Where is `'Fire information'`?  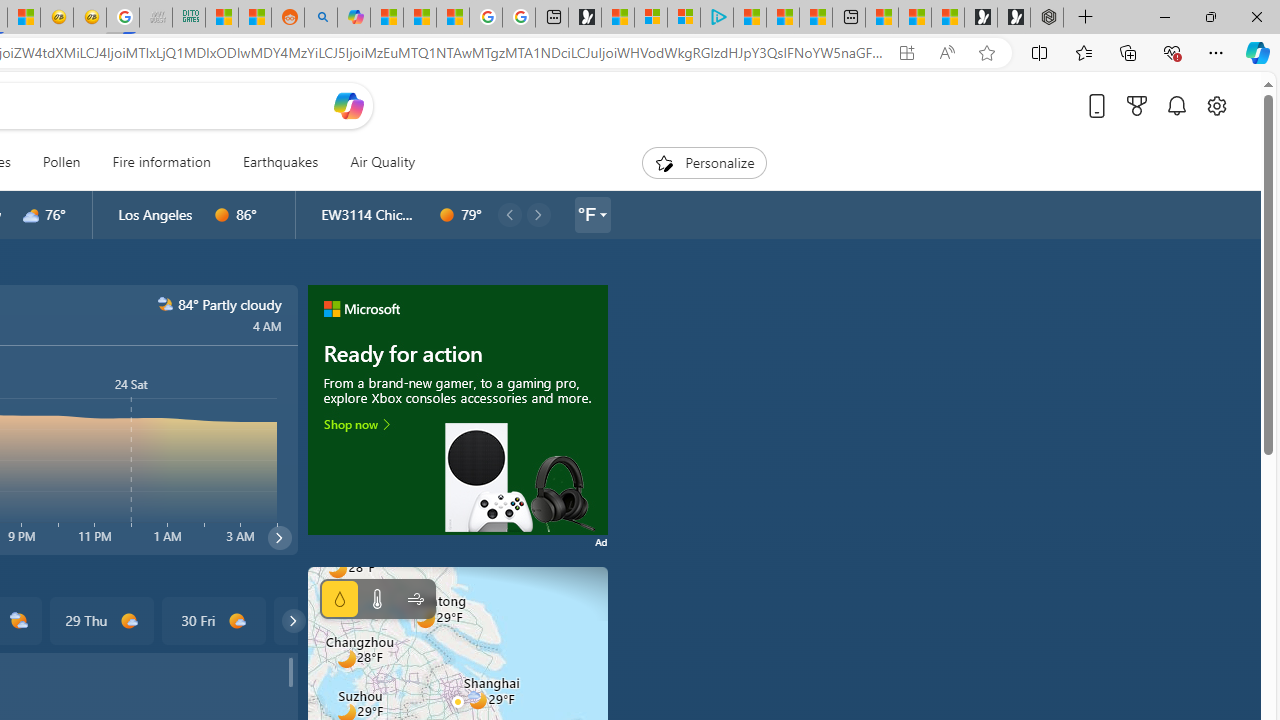 'Fire information' is located at coordinates (161, 162).